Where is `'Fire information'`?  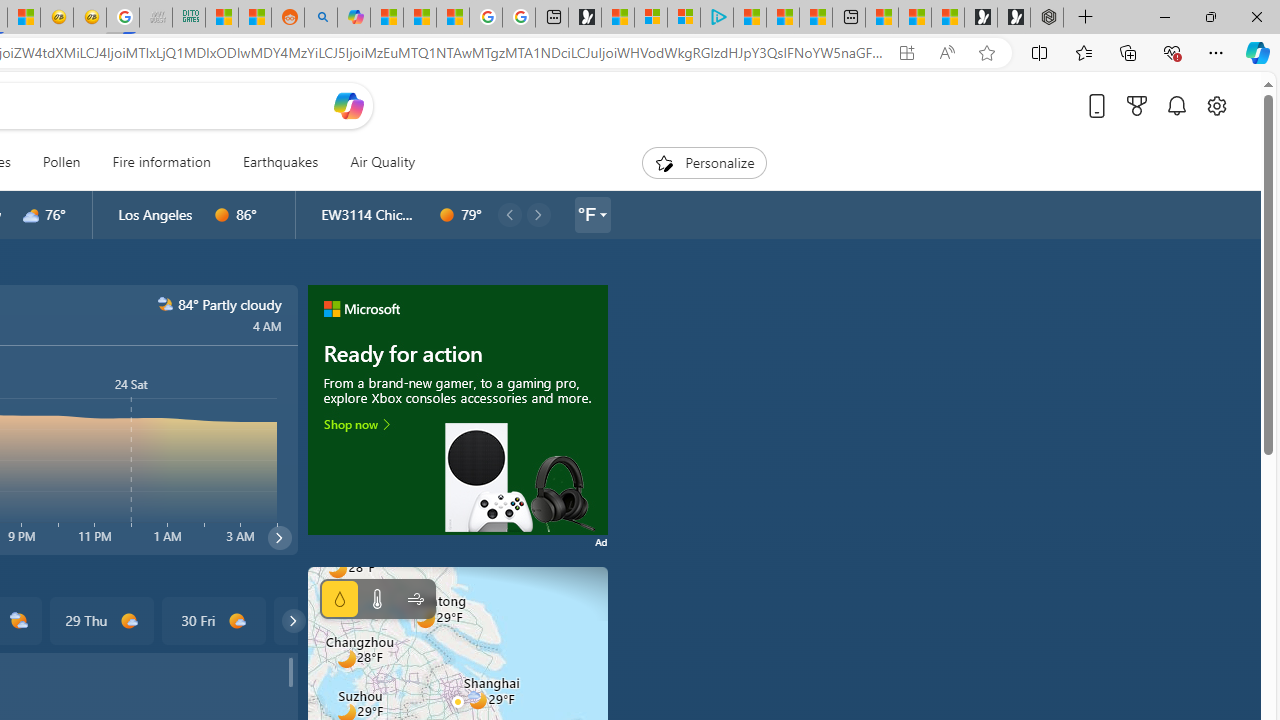 'Fire information' is located at coordinates (161, 162).